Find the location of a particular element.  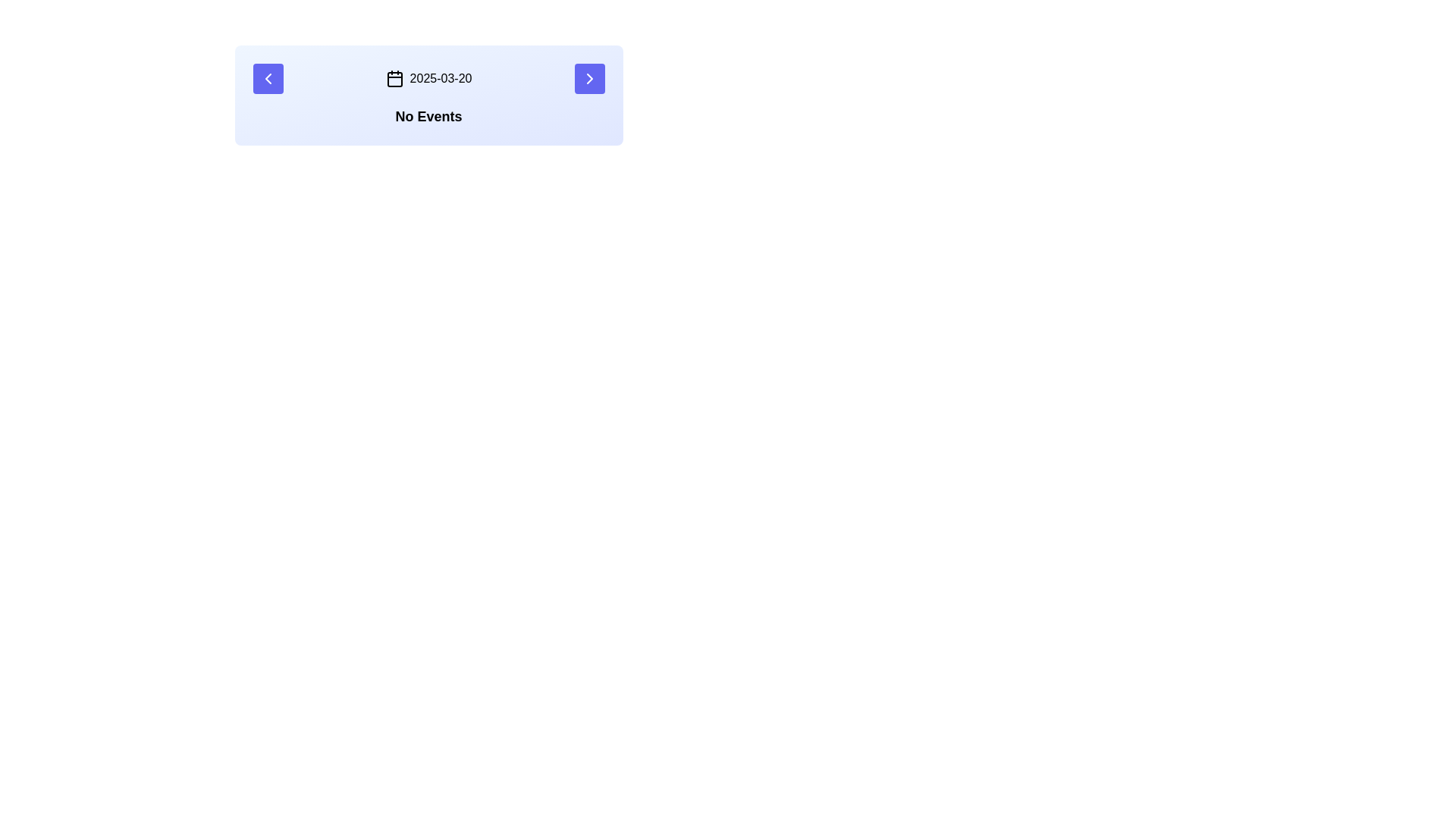

the calendar icon, which is an outlined square with a grid pattern and two small tabs at the top, located to the left of the text '2025-03-20' is located at coordinates (394, 79).